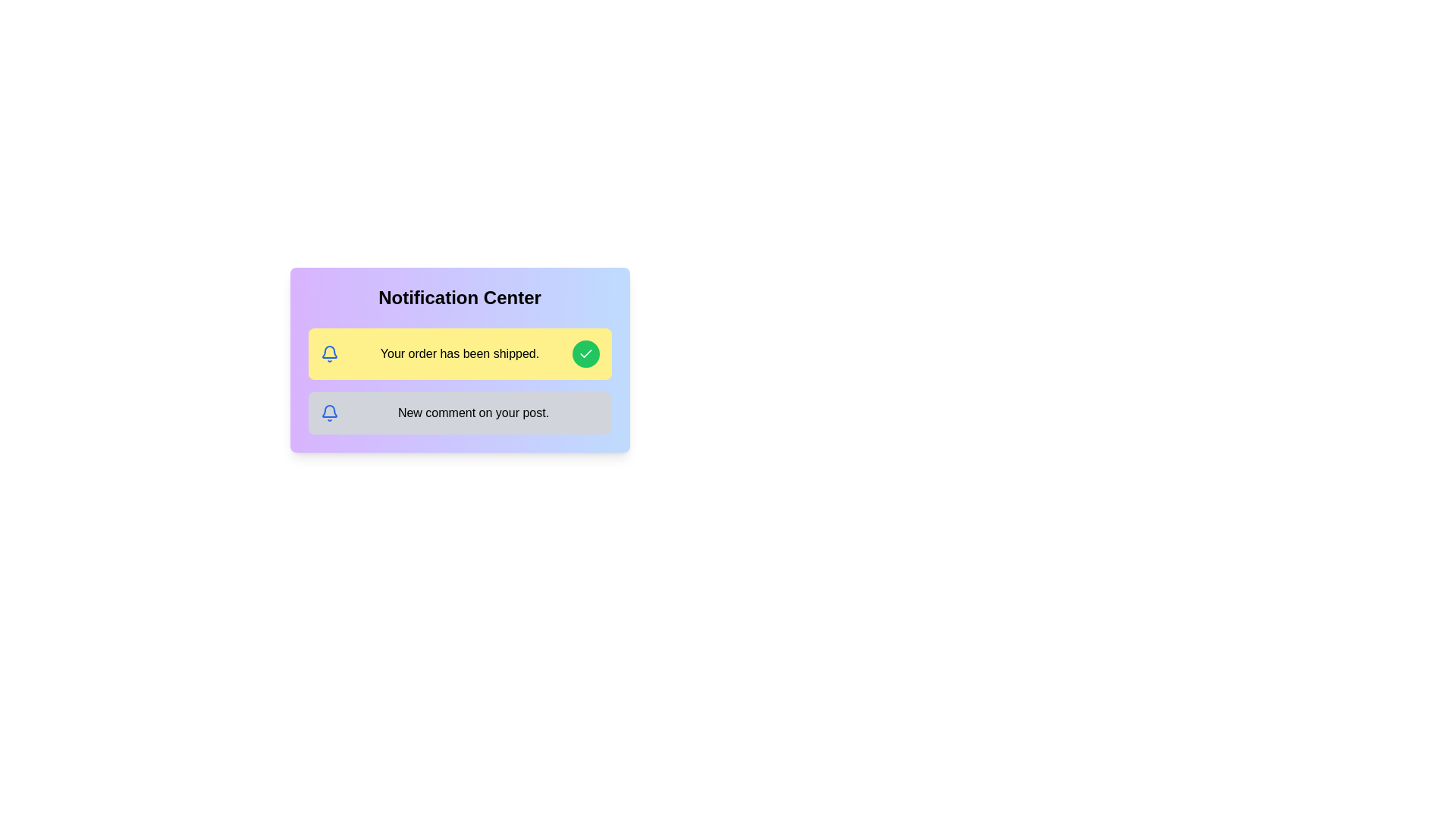 Image resolution: width=1456 pixels, height=819 pixels. I want to click on second notification item in the Notification Center informing about a new comment on the user's post, so click(459, 413).